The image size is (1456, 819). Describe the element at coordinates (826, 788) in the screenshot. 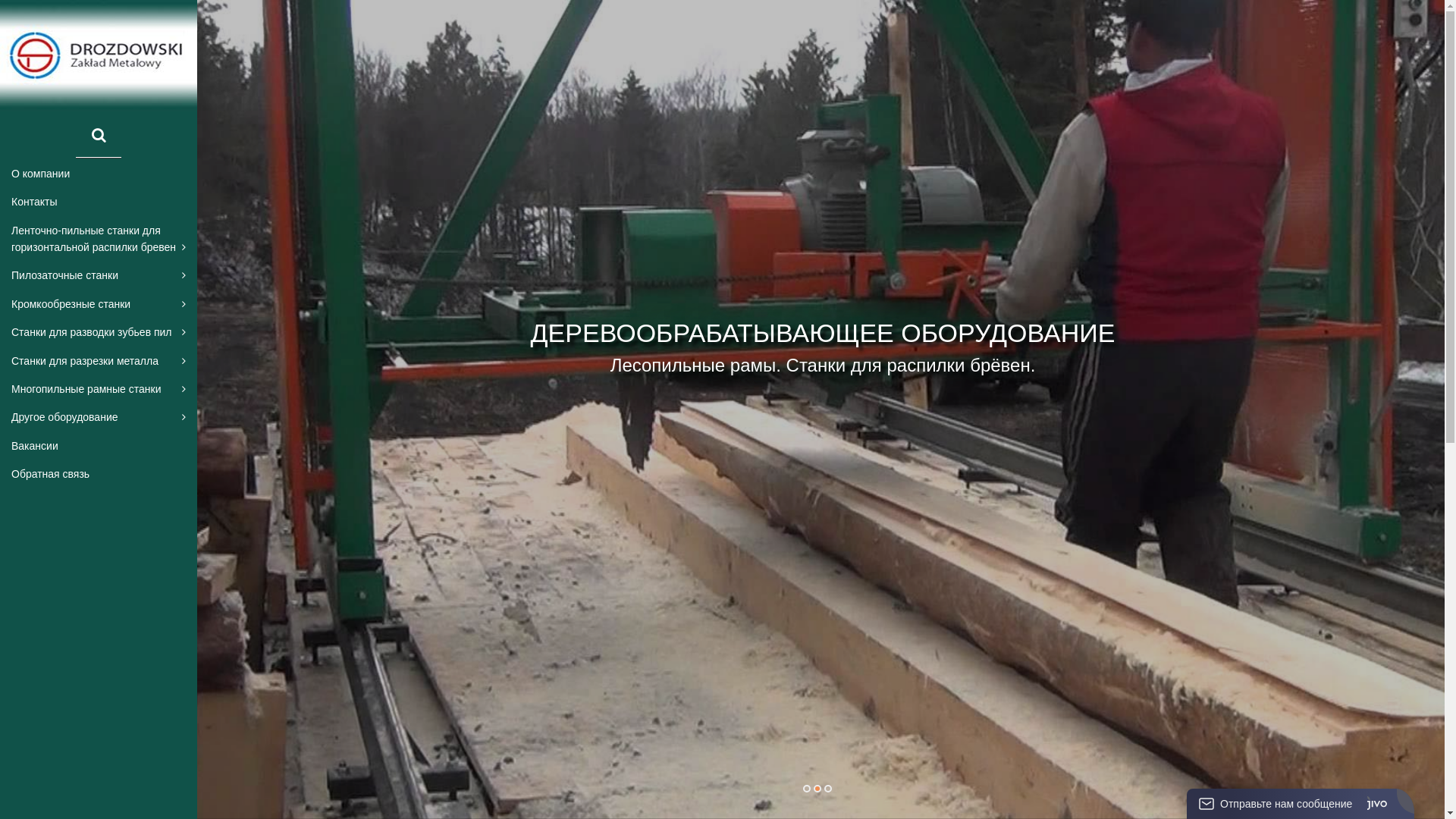

I see `'3'` at that location.